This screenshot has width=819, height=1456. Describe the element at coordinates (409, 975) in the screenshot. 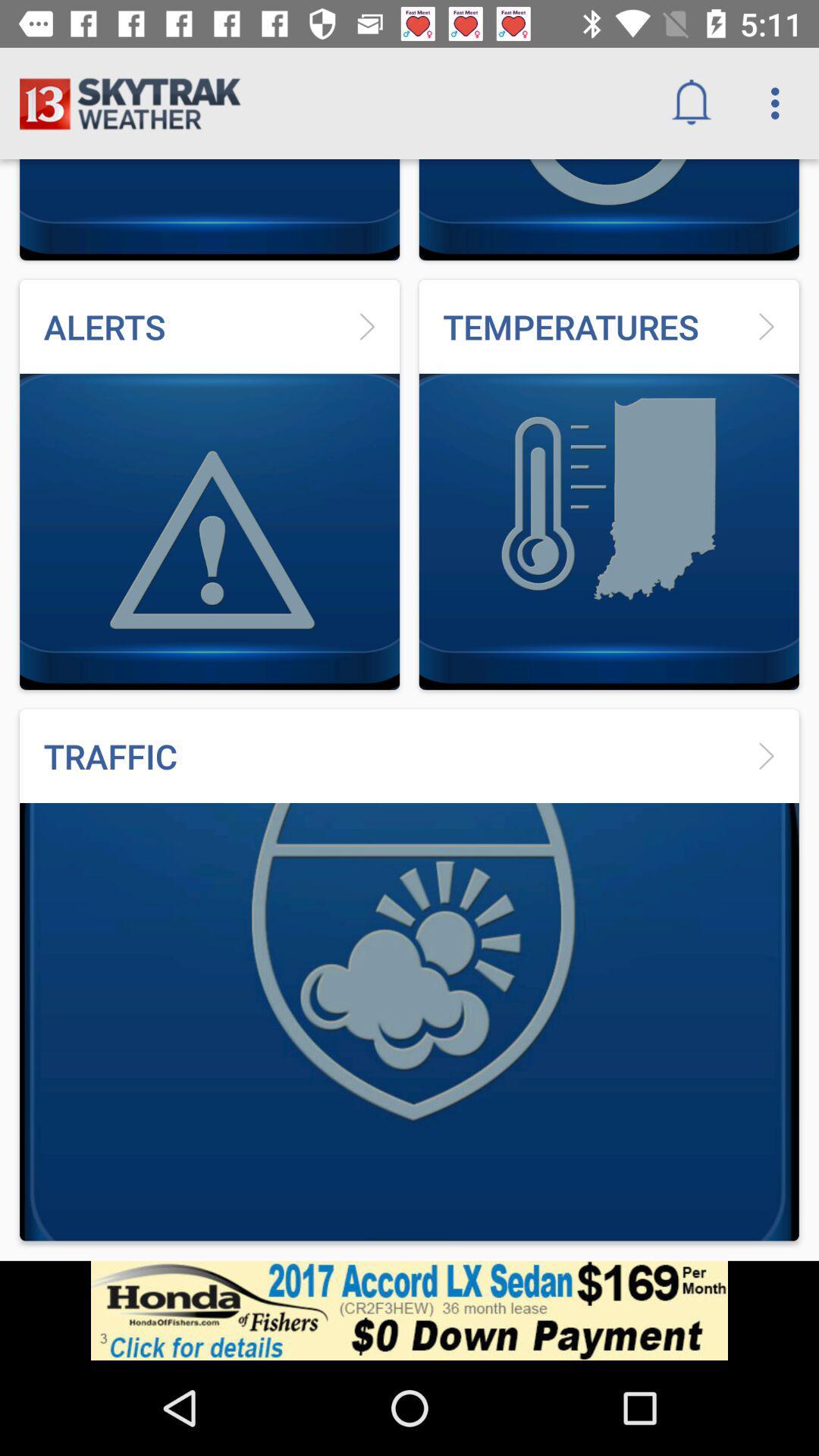

I see `the traffic image` at that location.